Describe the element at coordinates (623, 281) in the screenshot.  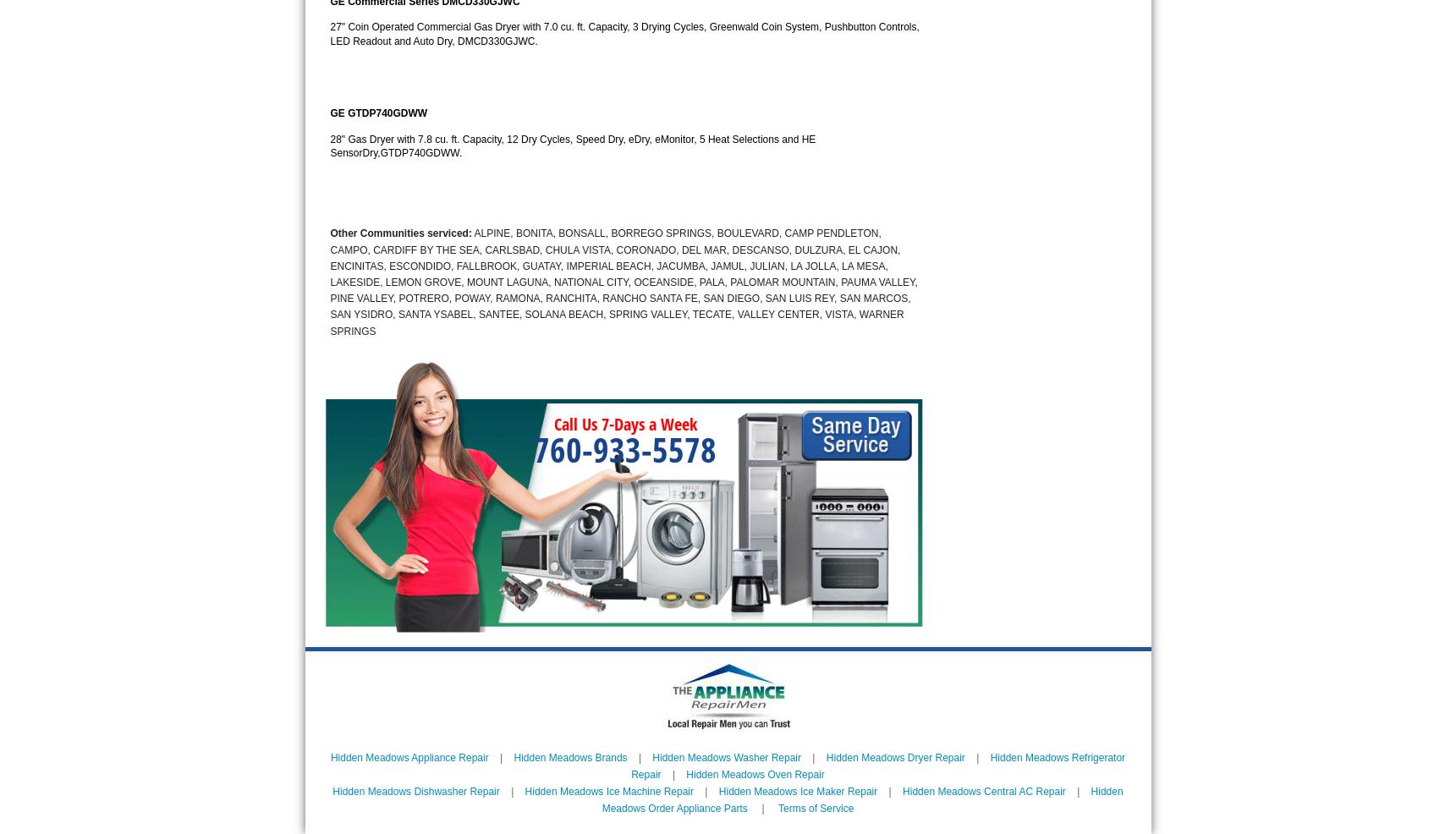
I see `'ALPINE, BONITA, BONSALL, BORREGO SPRINGS, BOULEVARD, CAMP PENDLETON, CAMPO, CARDIFF BY THE SEA, CARLSBAD, CHULA VISTA, CORONADO, DEL MAR, DESCANSO, DULZURA, EL CAJON, ENCINITAS, ESCONDIDO, FALLBROOK, GUATAY, IMPERIAL BEACH, JACUMBA, JAMUL, JULIAN, LA JOLLA, LA MESA, LAKESIDE, LEMON GROVE, MOUNT LAGUNA, NATIONAL CITY, OCEANSIDE, PALA, PALOMAR MOUNTAIN, PAUMA VALLEY, PINE VALLEY, POTRERO, POWAY, RAMONA, RANCHITA, RANCHO SANTA FE, SAN DIEGO, SAN LUIS REY, SAN MARCOS, SAN YSIDRO, SANTA YSABEL, SANTEE, SOLANA BEACH, SPRING VALLEY, TECATE, VALLEY CENTER, VISTA, WARNER SPRINGS'` at that location.